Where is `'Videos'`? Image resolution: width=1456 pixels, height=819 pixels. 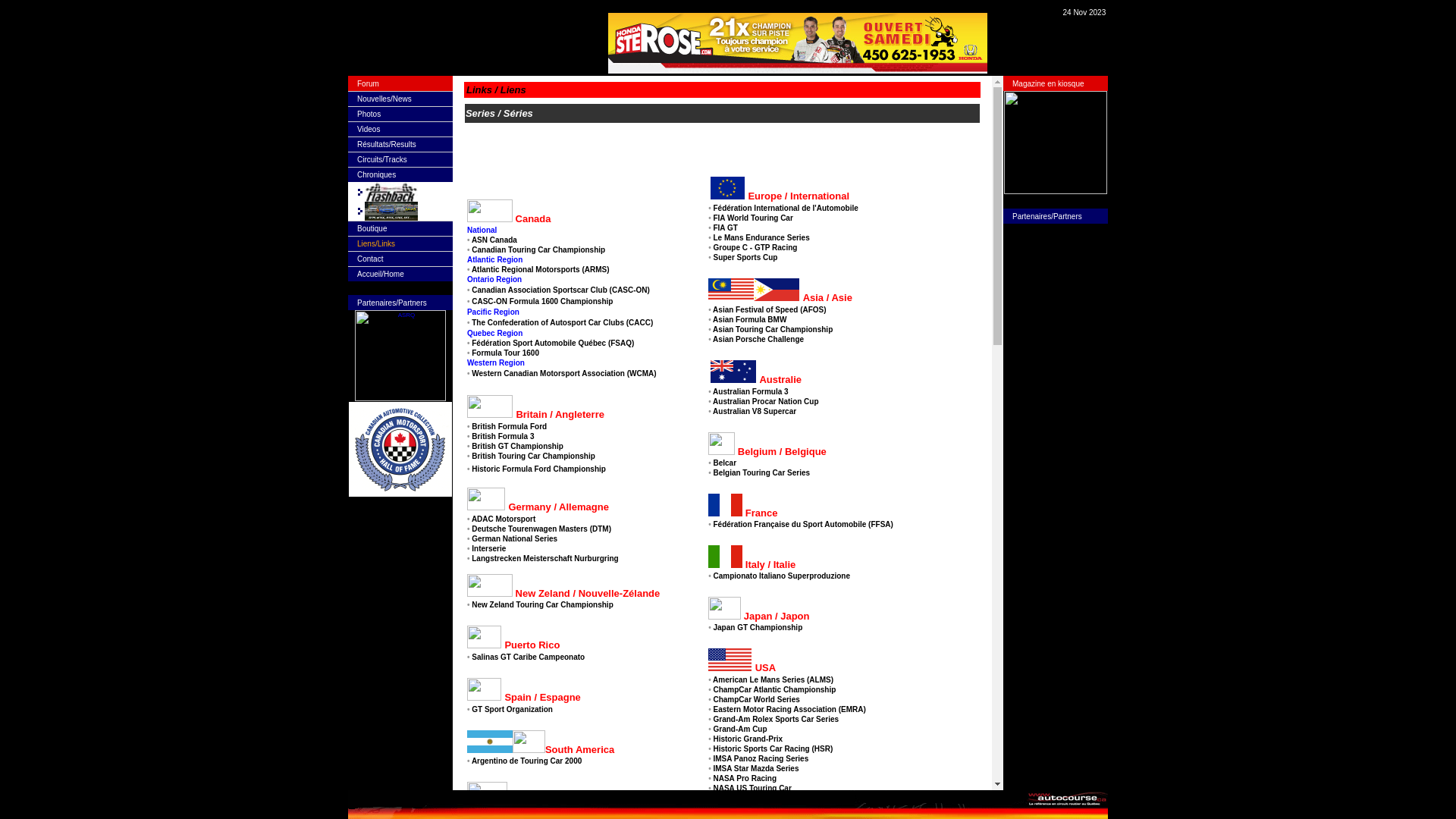
'Videos' is located at coordinates (368, 128).